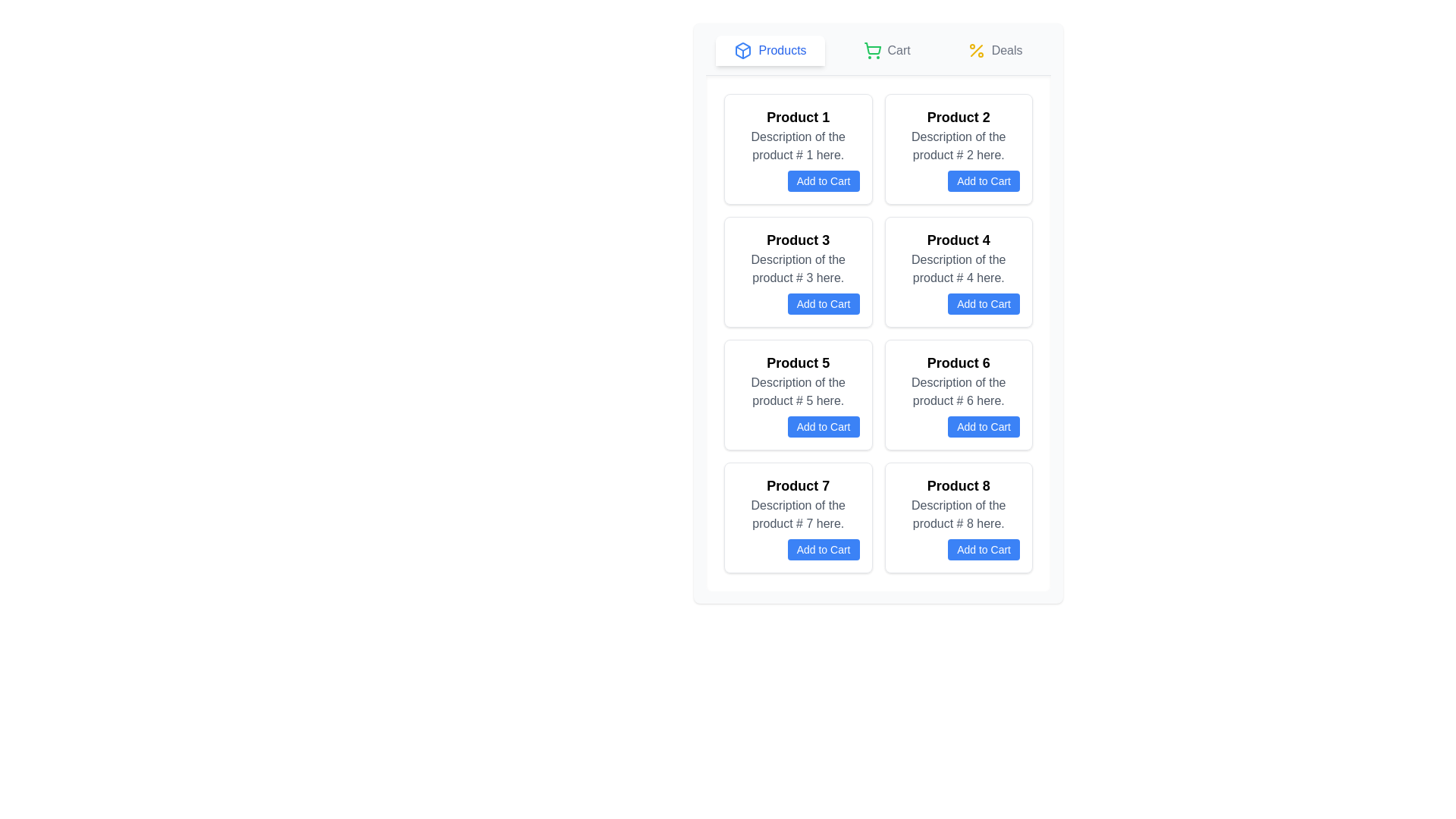 Image resolution: width=1456 pixels, height=819 pixels. I want to click on the button located in the bottom-right area of the 'Product 5' card, so click(797, 427).